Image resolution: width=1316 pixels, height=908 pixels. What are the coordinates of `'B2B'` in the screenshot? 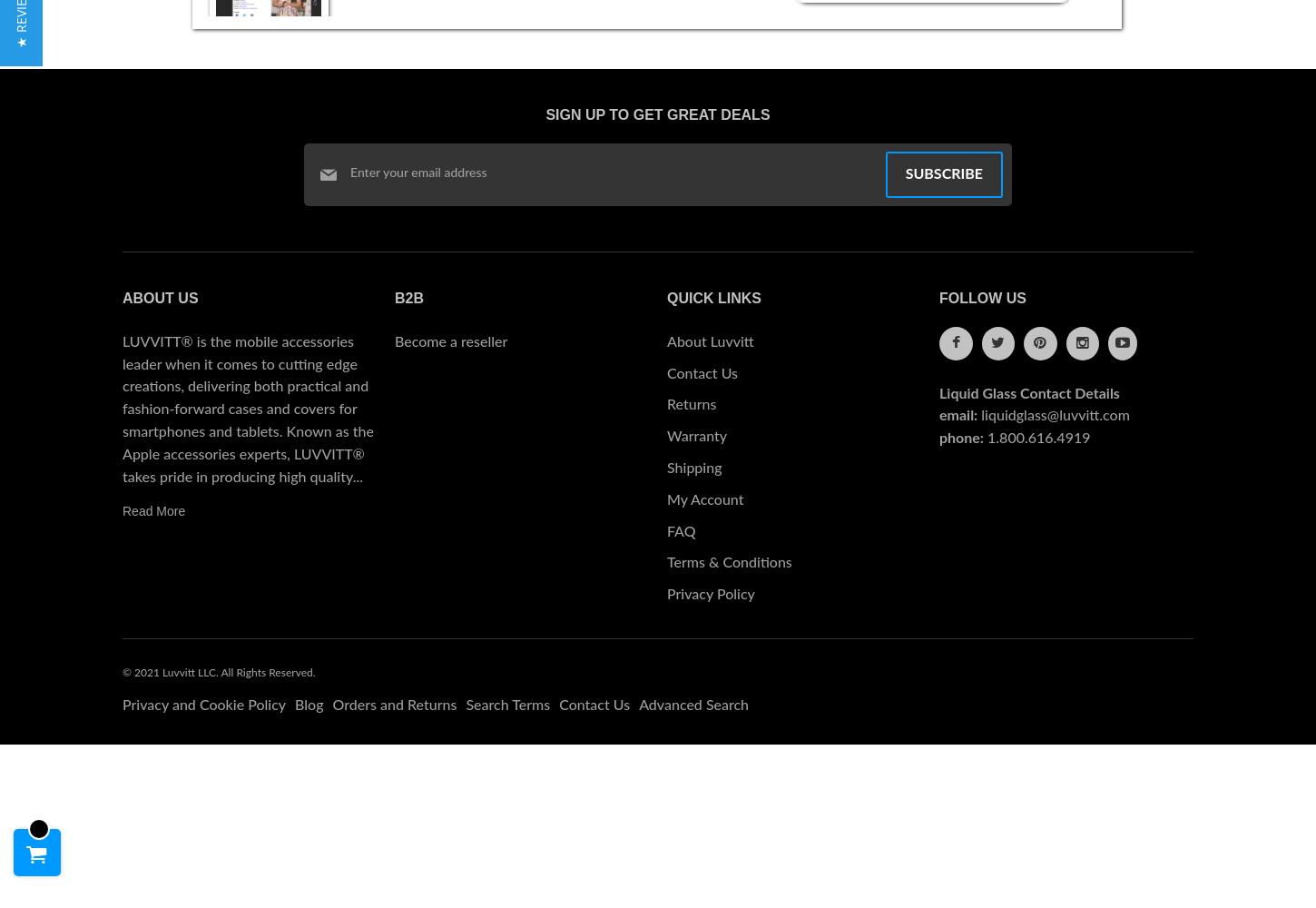 It's located at (408, 297).